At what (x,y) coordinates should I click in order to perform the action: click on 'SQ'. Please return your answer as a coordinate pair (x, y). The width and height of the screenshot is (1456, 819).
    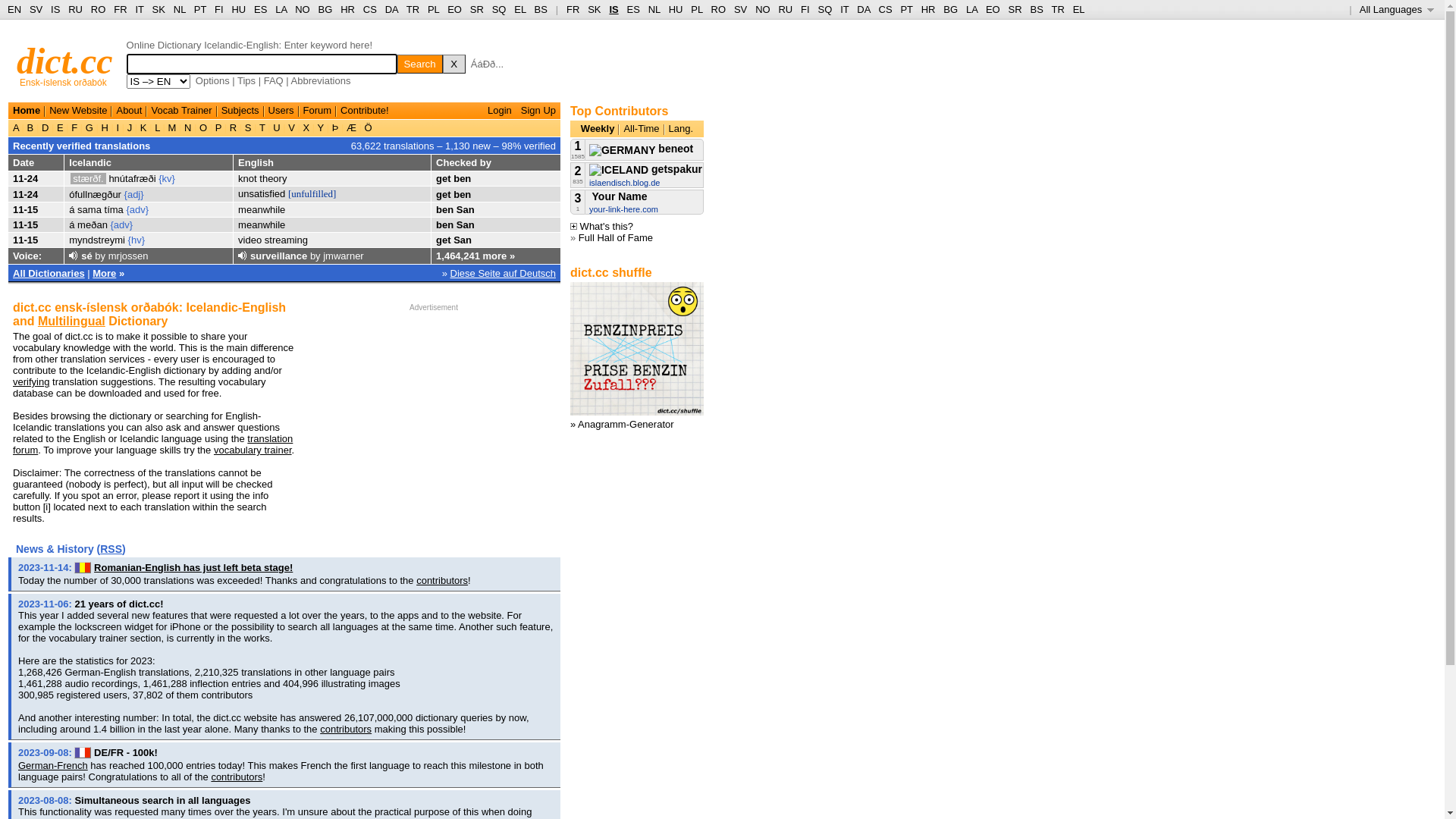
    Looking at the image, I should click on (499, 9).